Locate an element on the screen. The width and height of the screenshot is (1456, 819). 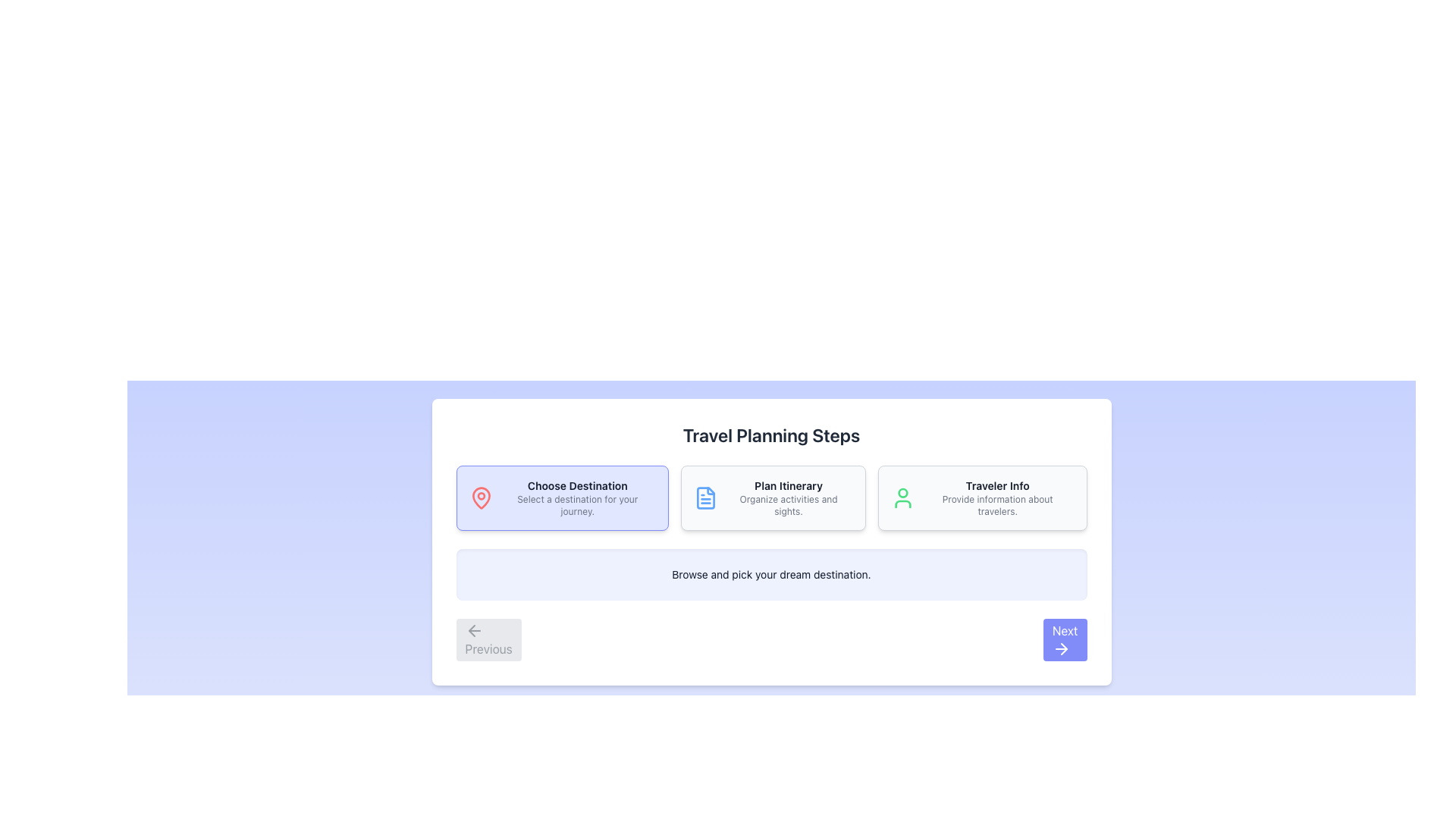
the Static Text element that serves as a descriptive label for the 'Traveler Info' section, located directly below the heading in the rightmost section of the layout is located at coordinates (997, 506).